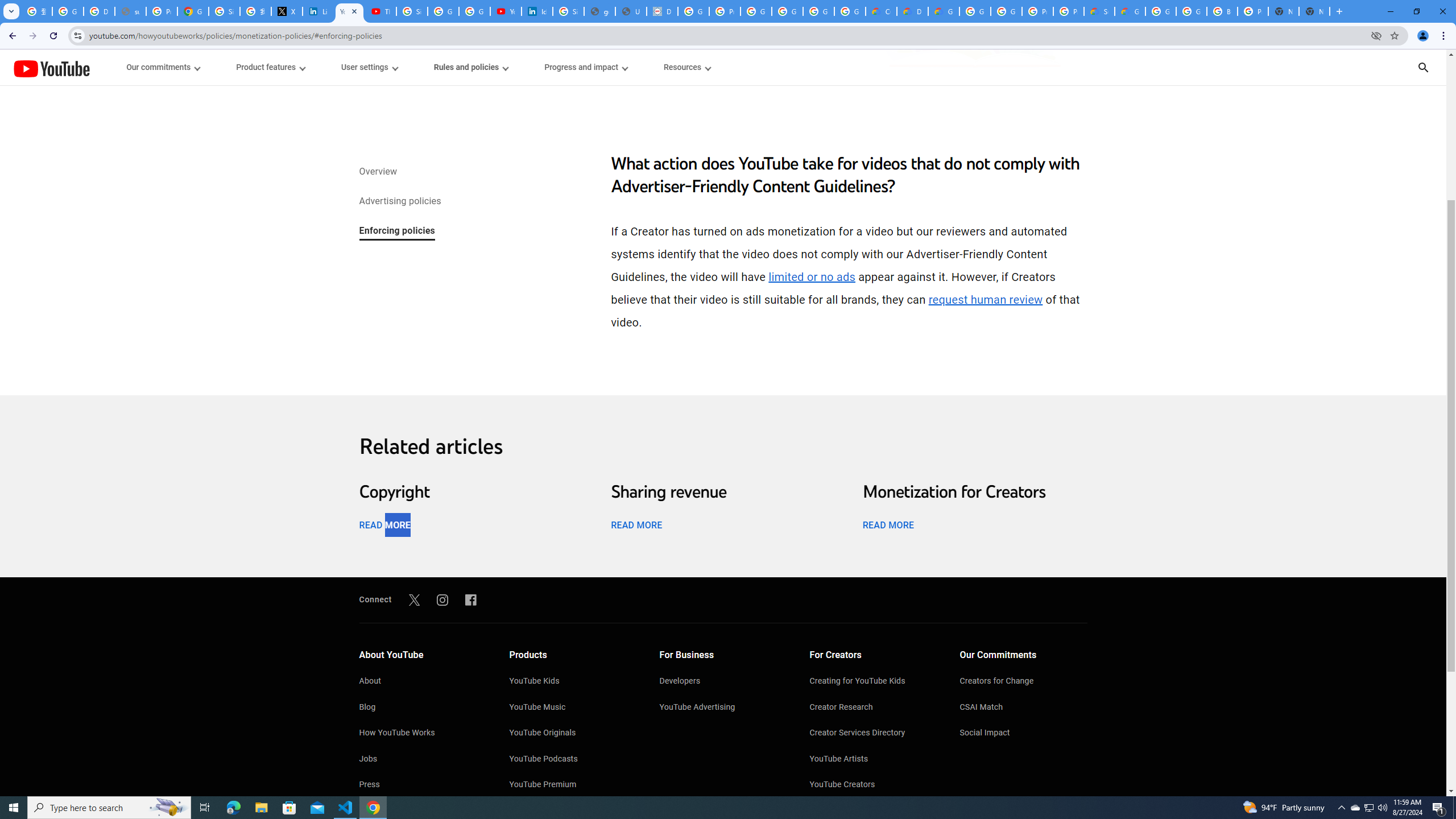 The width and height of the screenshot is (1456, 819). What do you see at coordinates (985, 299) in the screenshot?
I see `'request human review'` at bounding box center [985, 299].